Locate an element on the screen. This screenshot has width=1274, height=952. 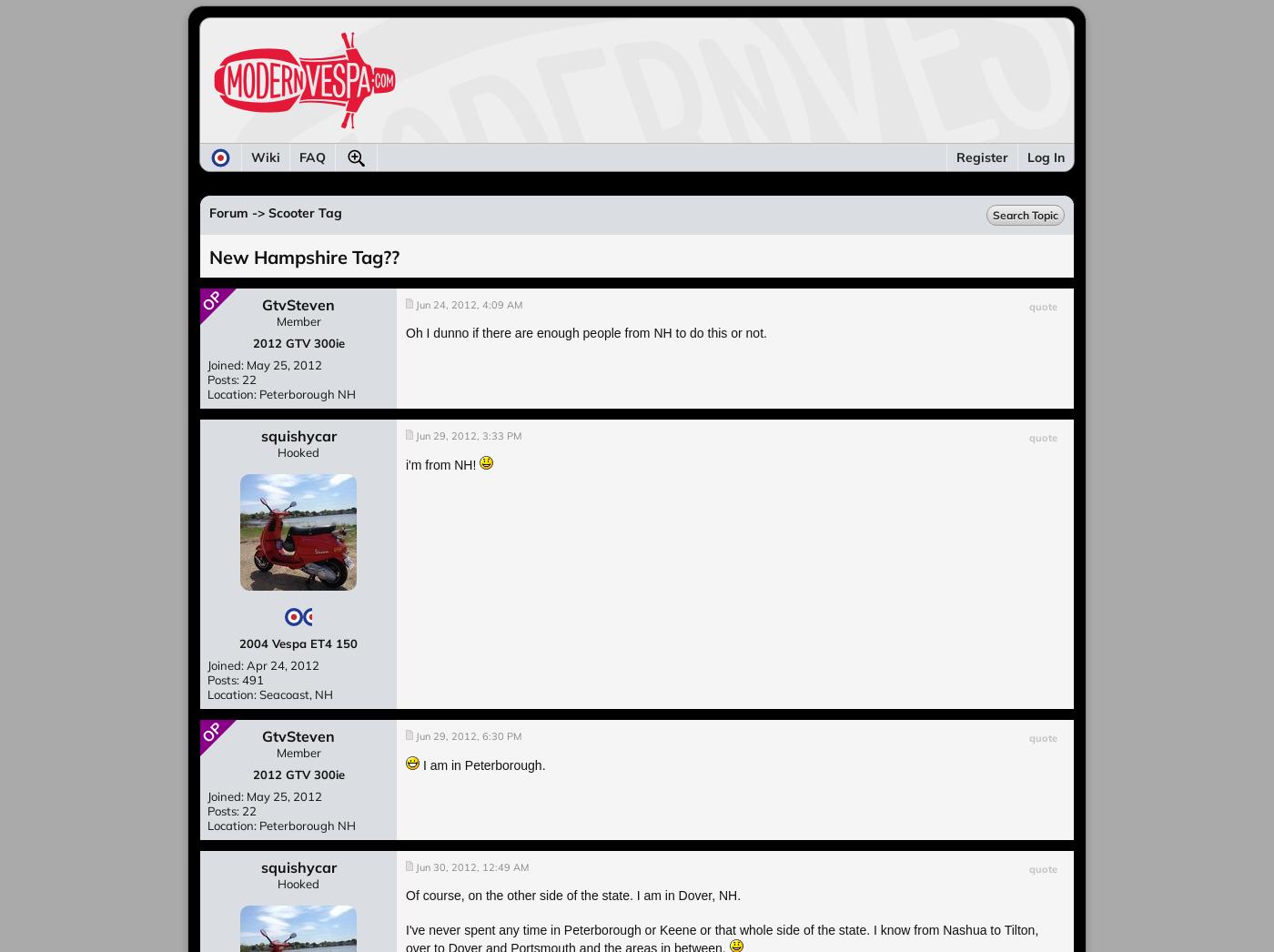
'Forum' is located at coordinates (228, 211).